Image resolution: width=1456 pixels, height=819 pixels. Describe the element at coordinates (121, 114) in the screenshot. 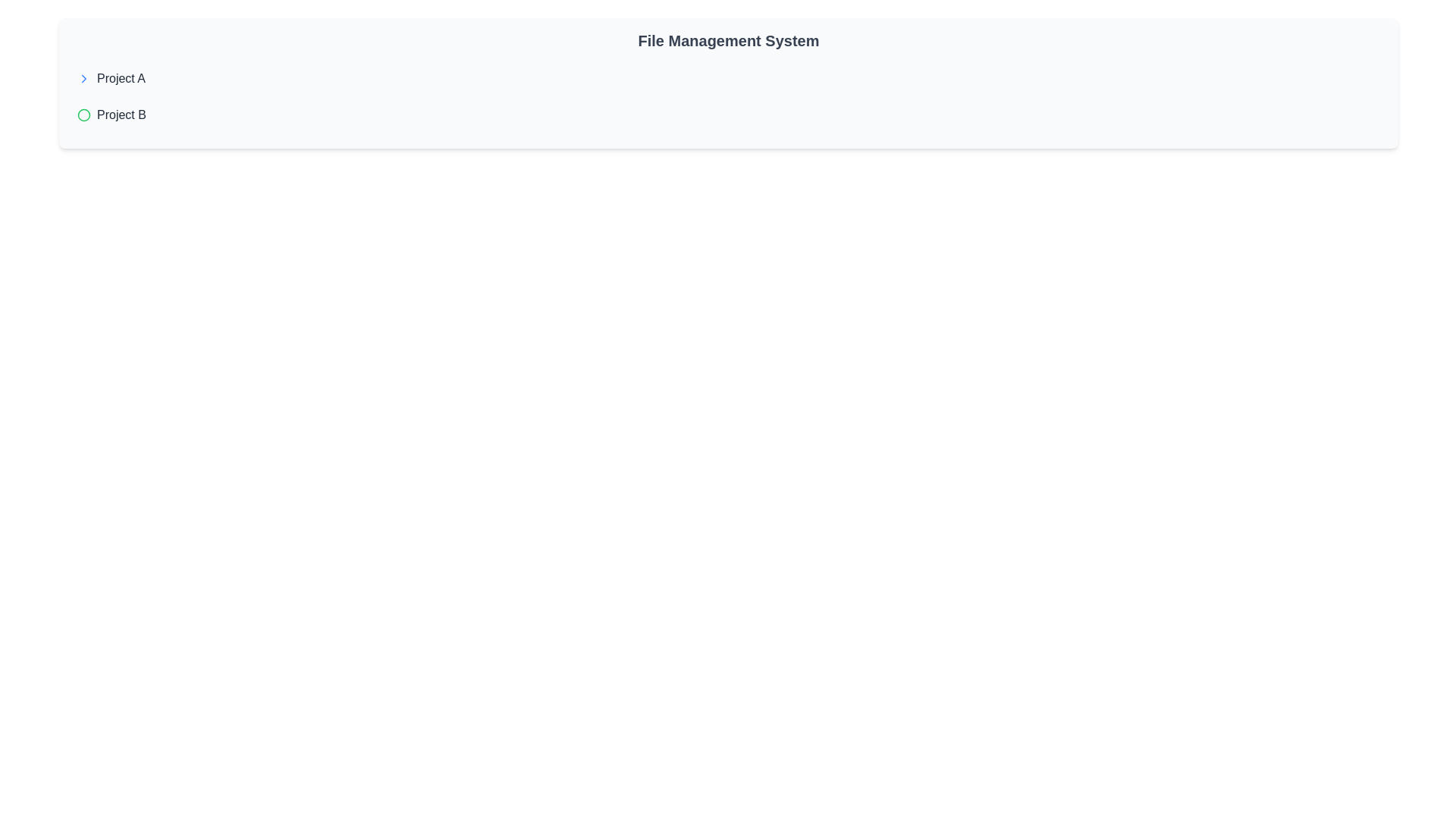

I see `the 'Project B' text label which serves as an identifier within the 'File Management System' interface` at that location.